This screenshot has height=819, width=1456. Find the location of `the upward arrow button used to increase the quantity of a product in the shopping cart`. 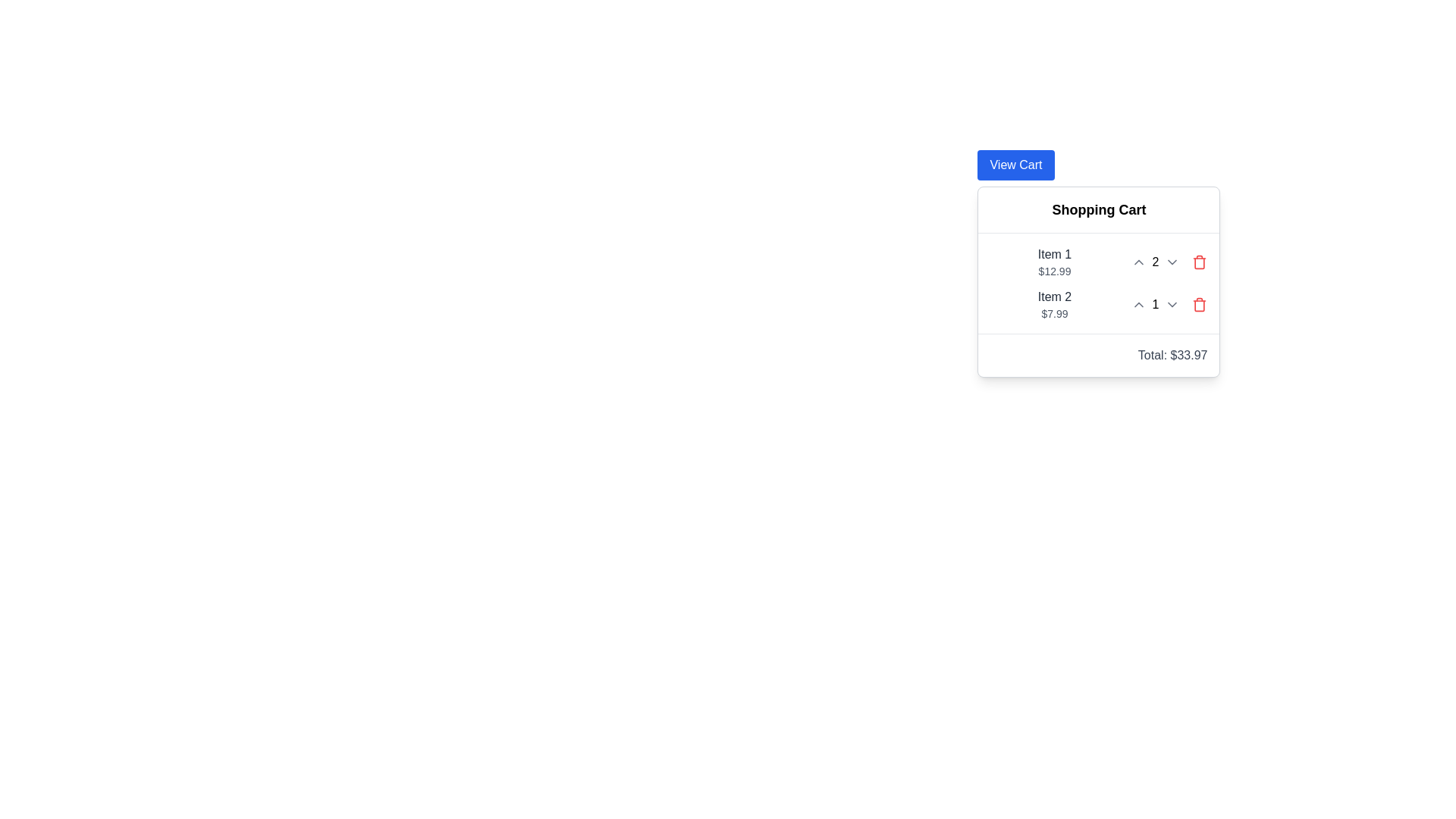

the upward arrow button used to increase the quantity of a product in the shopping cart is located at coordinates (1138, 262).